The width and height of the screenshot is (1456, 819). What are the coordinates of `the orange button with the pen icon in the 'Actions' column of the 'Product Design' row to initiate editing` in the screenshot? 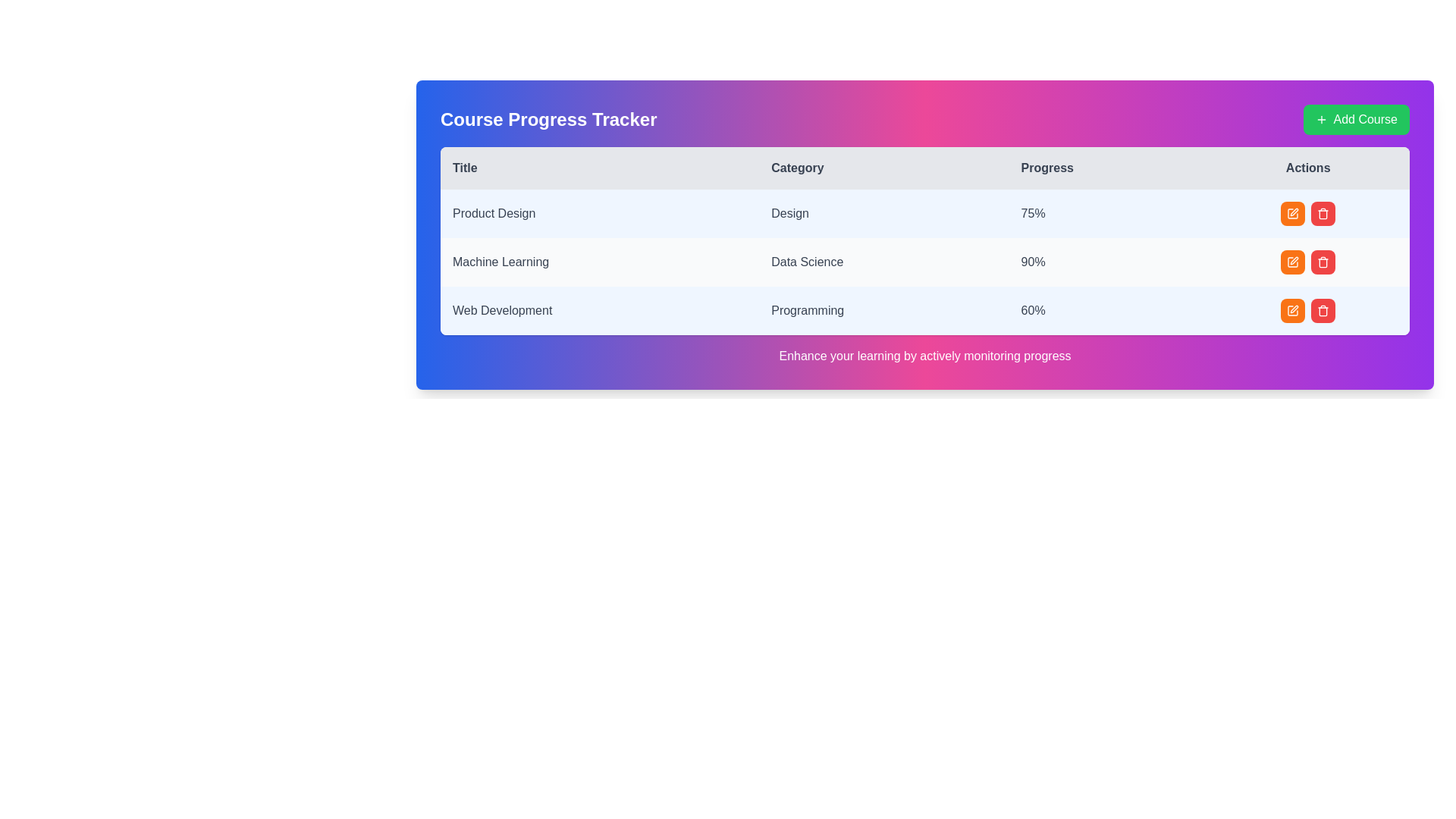 It's located at (1307, 213).